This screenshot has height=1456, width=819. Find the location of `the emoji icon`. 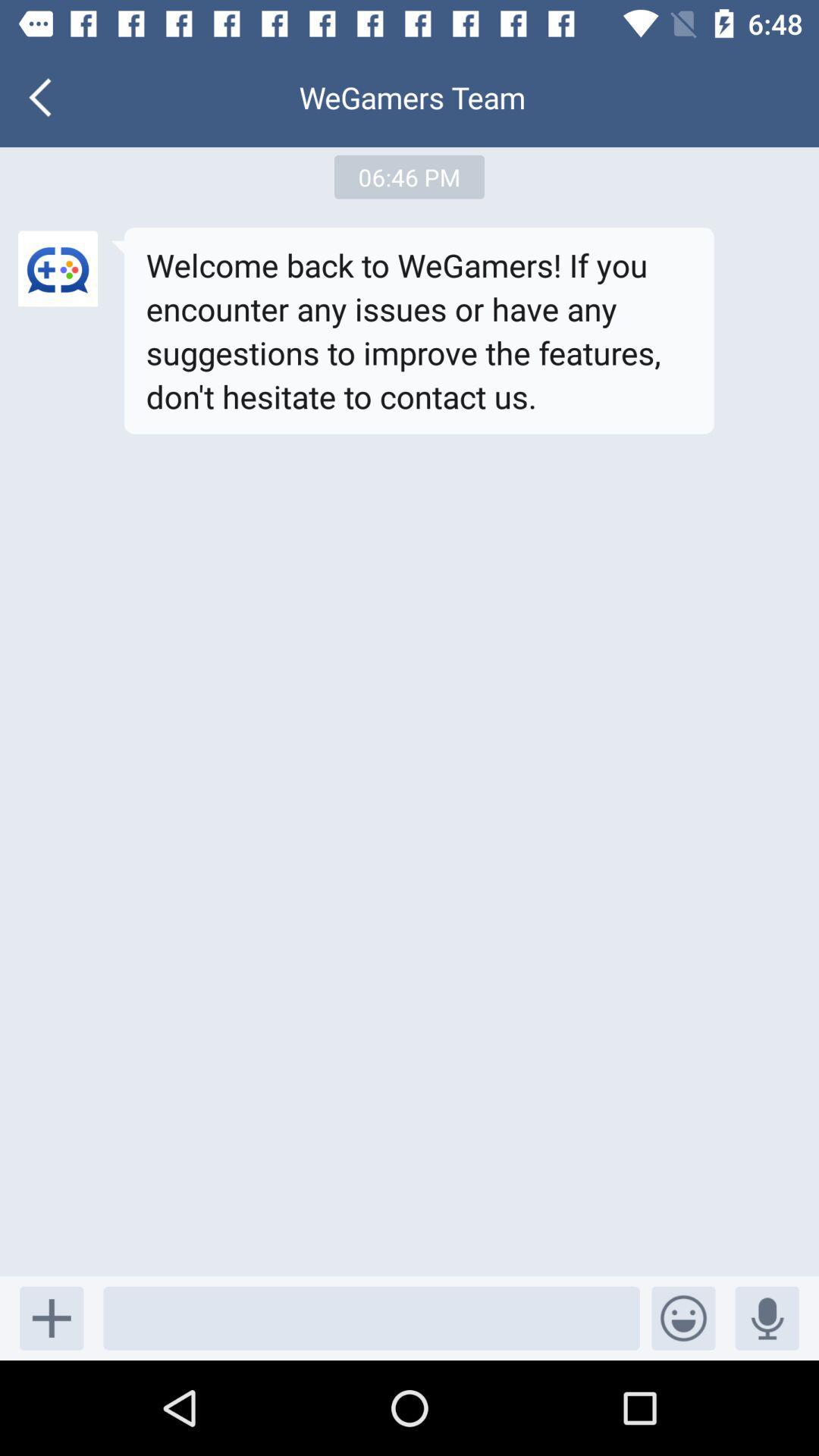

the emoji icon is located at coordinates (683, 1317).